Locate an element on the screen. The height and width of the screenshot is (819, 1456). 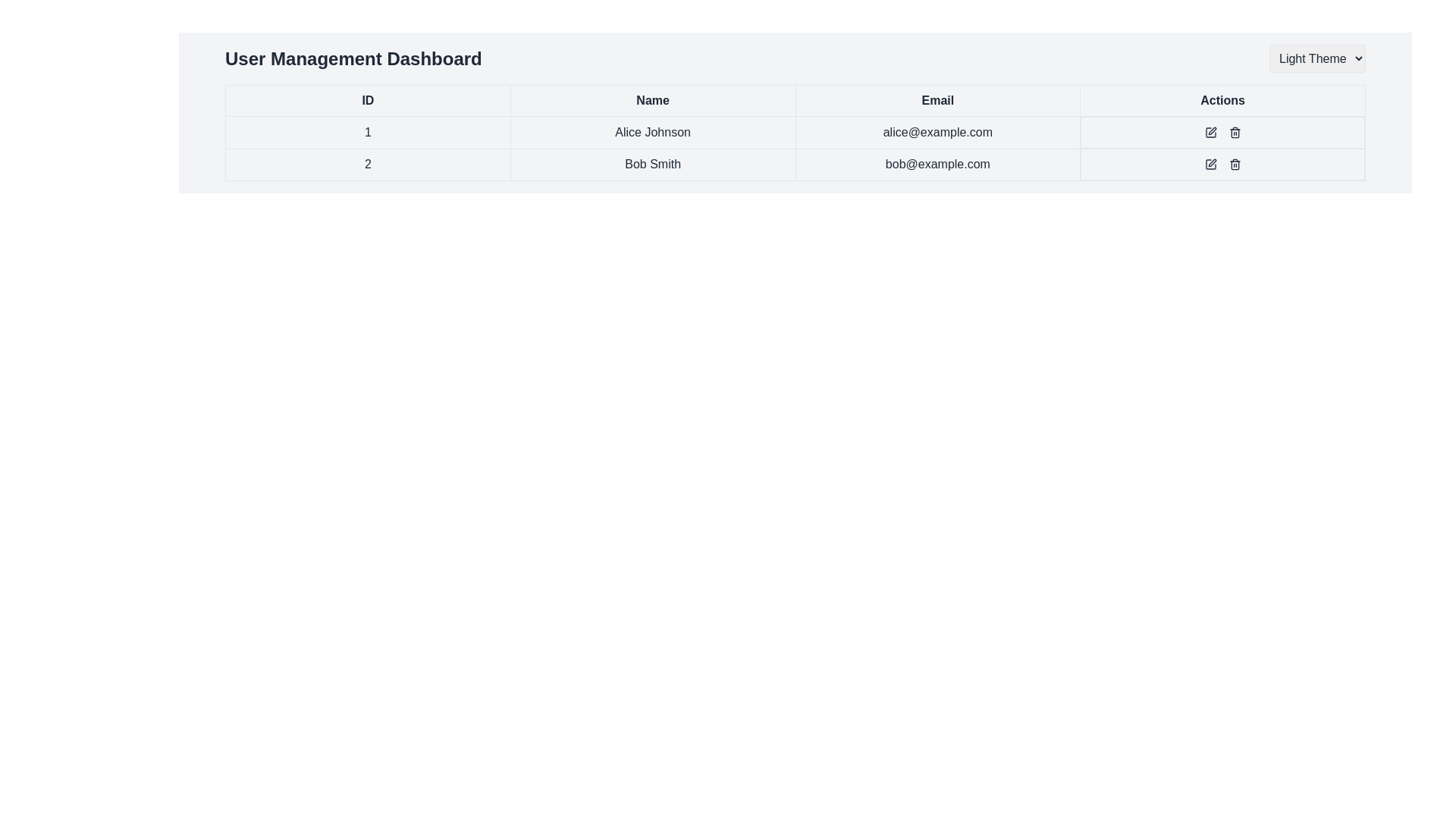
text label displaying the number '2' in the first column of the second row of a user management table for metadata is located at coordinates (368, 165).